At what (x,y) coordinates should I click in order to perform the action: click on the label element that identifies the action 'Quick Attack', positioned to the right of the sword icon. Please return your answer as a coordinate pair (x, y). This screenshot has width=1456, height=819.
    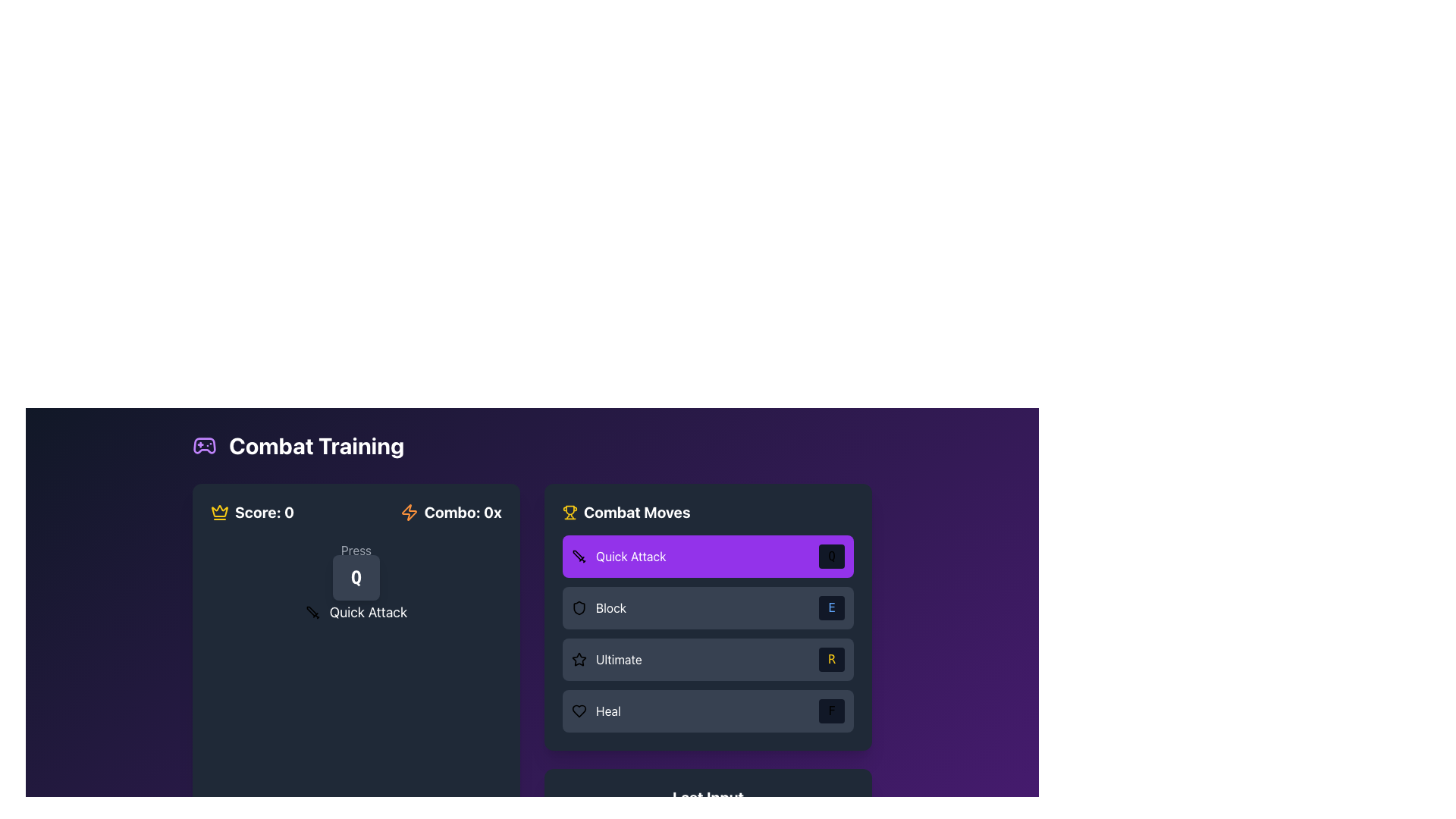
    Looking at the image, I should click on (368, 611).